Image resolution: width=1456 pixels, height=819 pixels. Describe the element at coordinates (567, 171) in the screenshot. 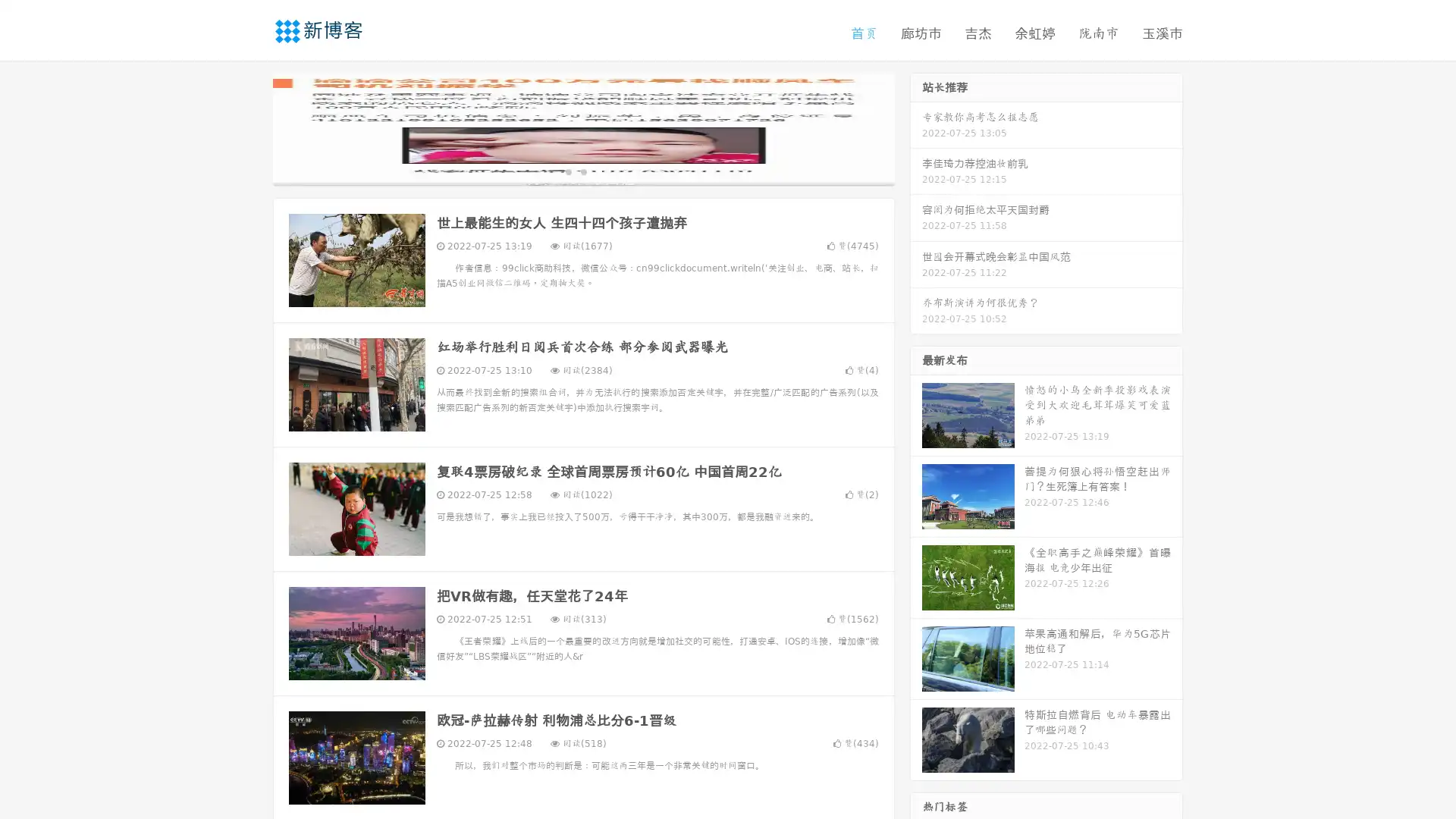

I see `Go to slide 1` at that location.